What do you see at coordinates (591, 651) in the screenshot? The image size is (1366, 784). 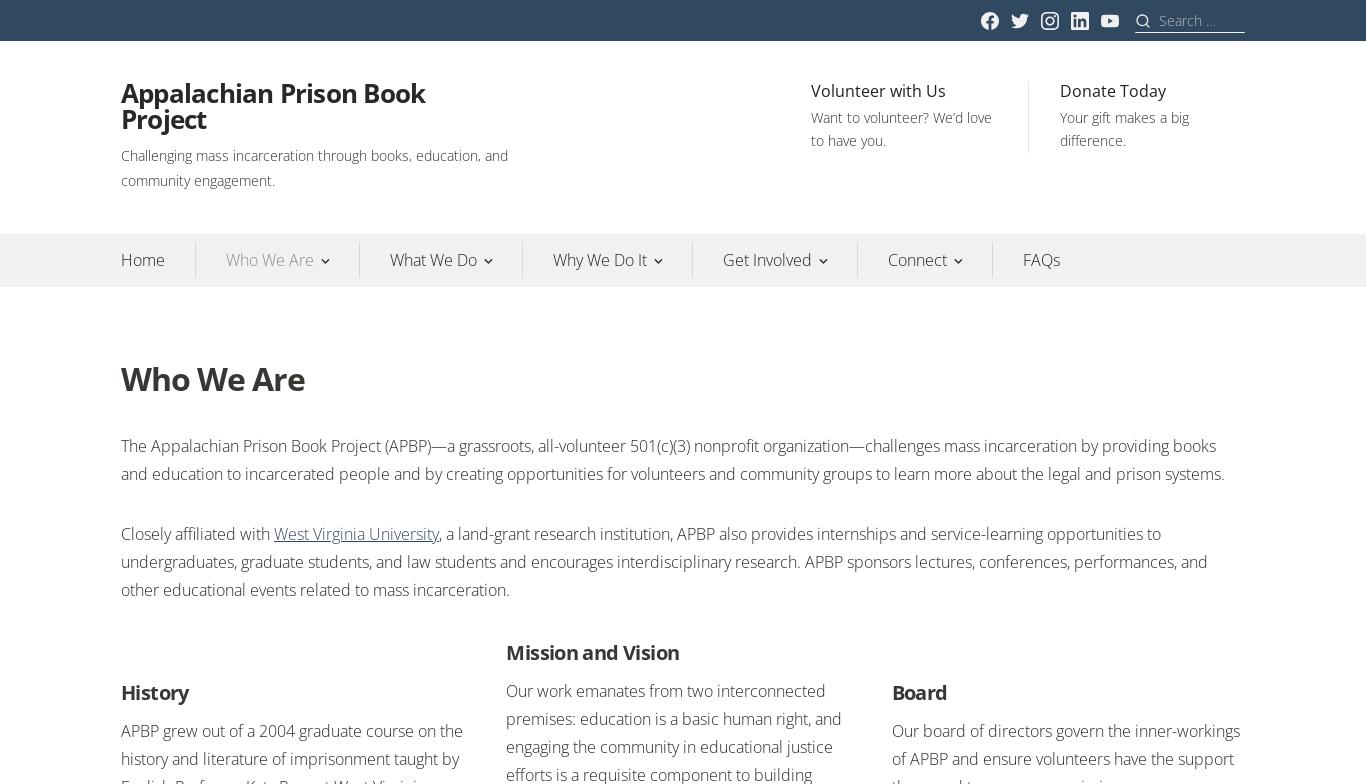 I see `'Mission and Vision'` at bounding box center [591, 651].